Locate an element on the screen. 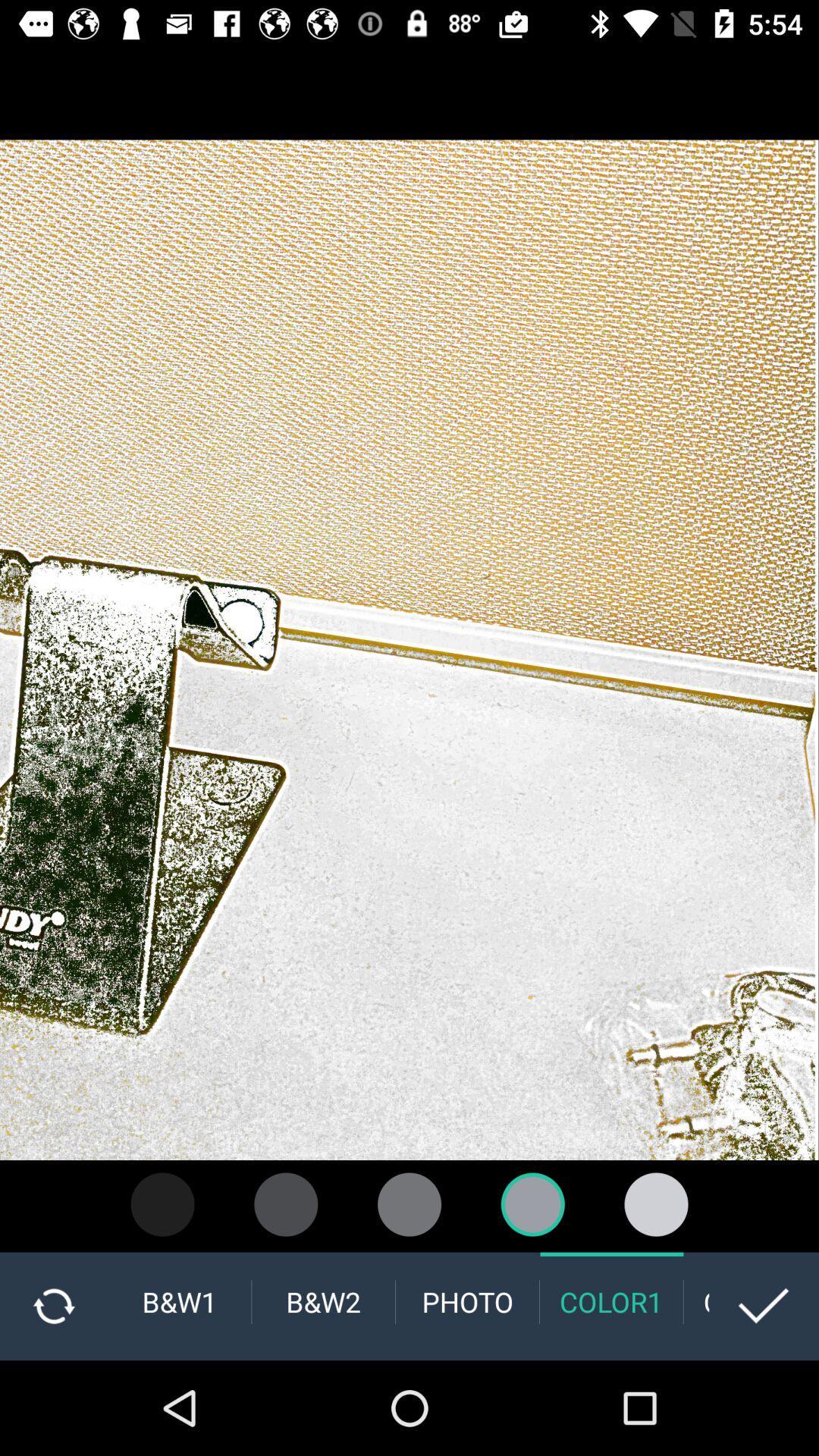  the color1 option is located at coordinates (610, 1301).